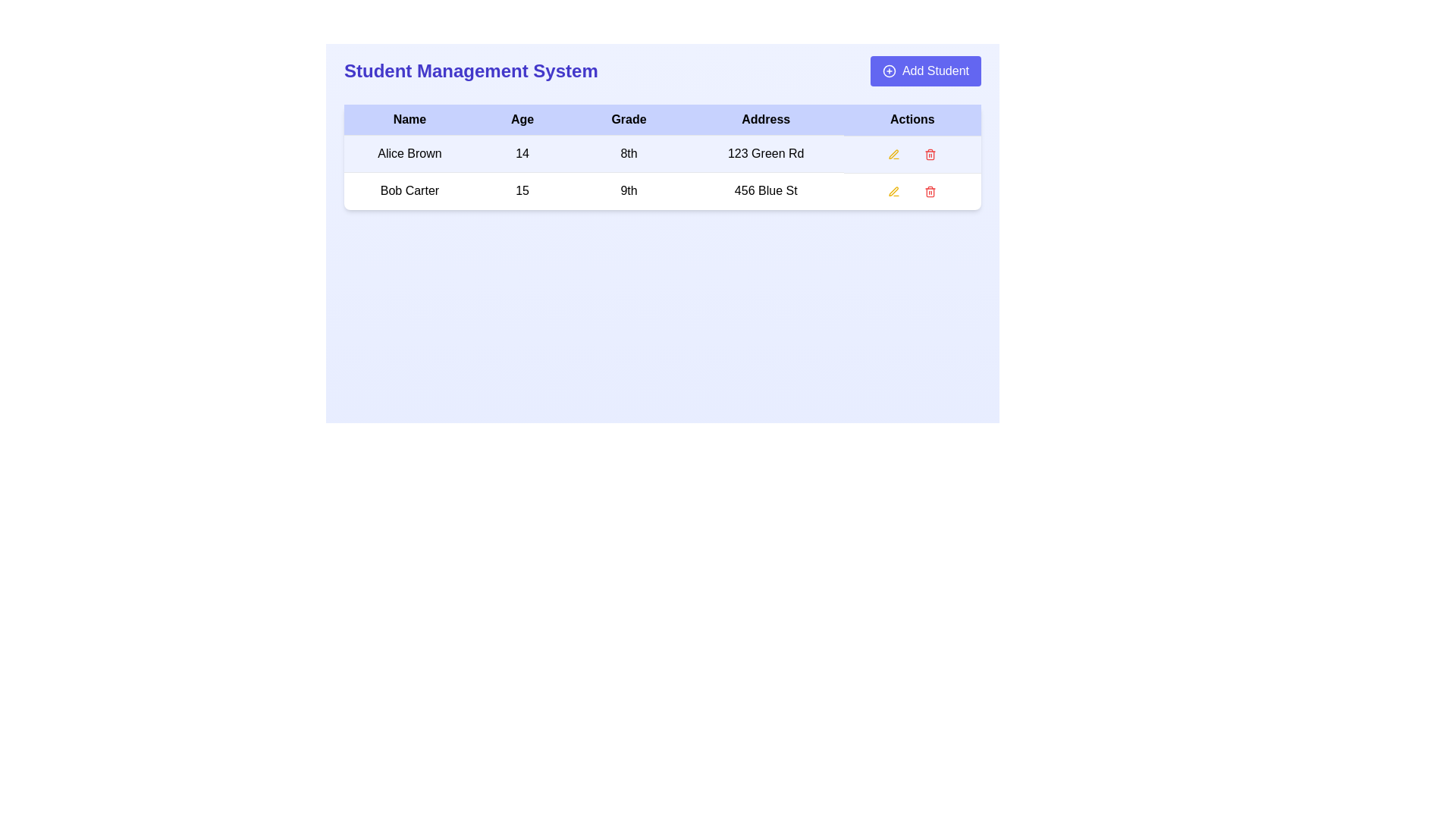  What do you see at coordinates (522, 154) in the screenshot?
I see `the Table Cell that displays the age of the individual named 'Alice Brown', located in the second column of the row labeled 'Age'` at bounding box center [522, 154].